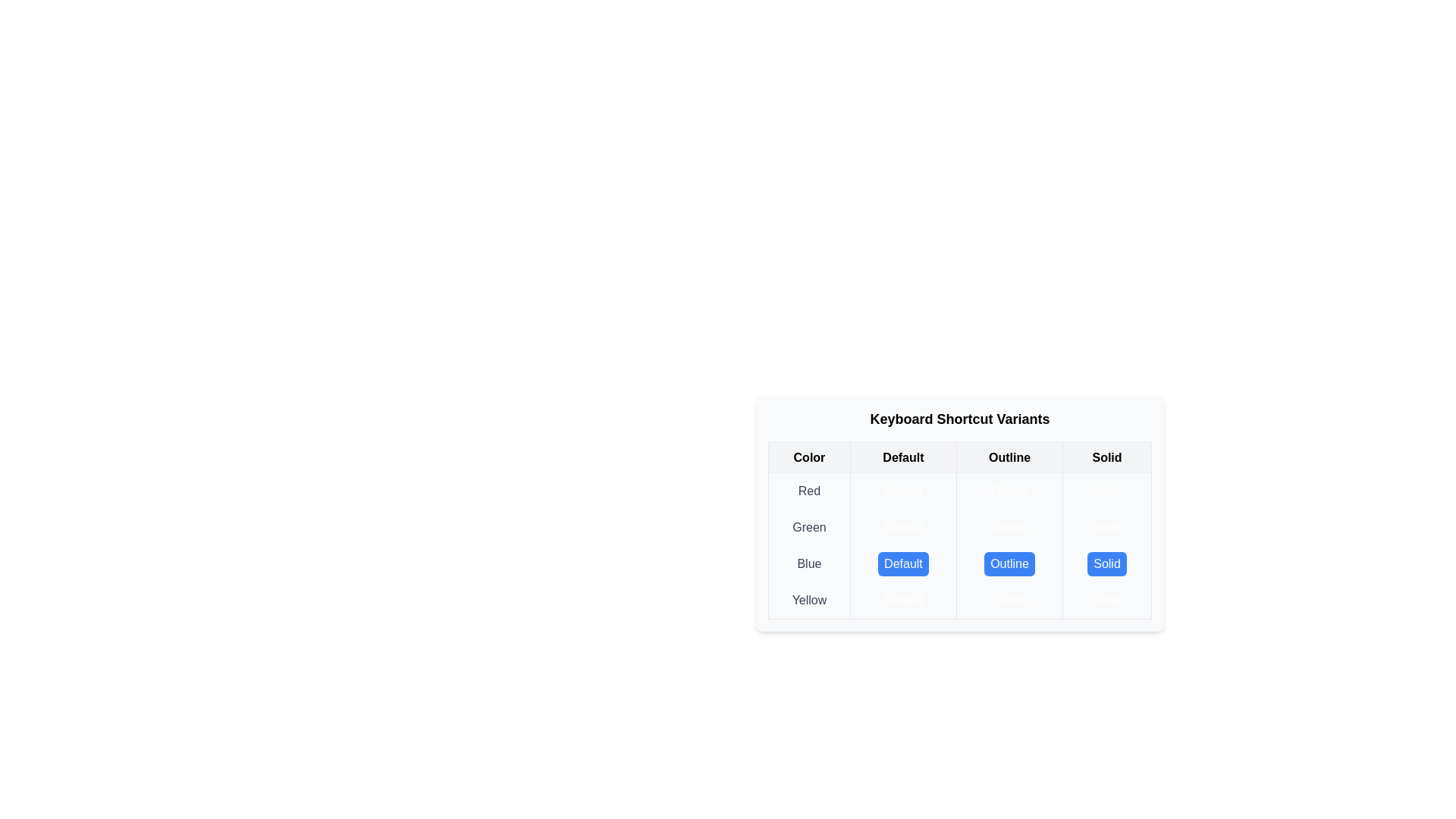  What do you see at coordinates (902, 564) in the screenshot?
I see `the 'Default' button with a blue background and white text, located in the third row under the 'Default' column of the 'Keyboard Shortcut Variants' table, to apply the default option` at bounding box center [902, 564].